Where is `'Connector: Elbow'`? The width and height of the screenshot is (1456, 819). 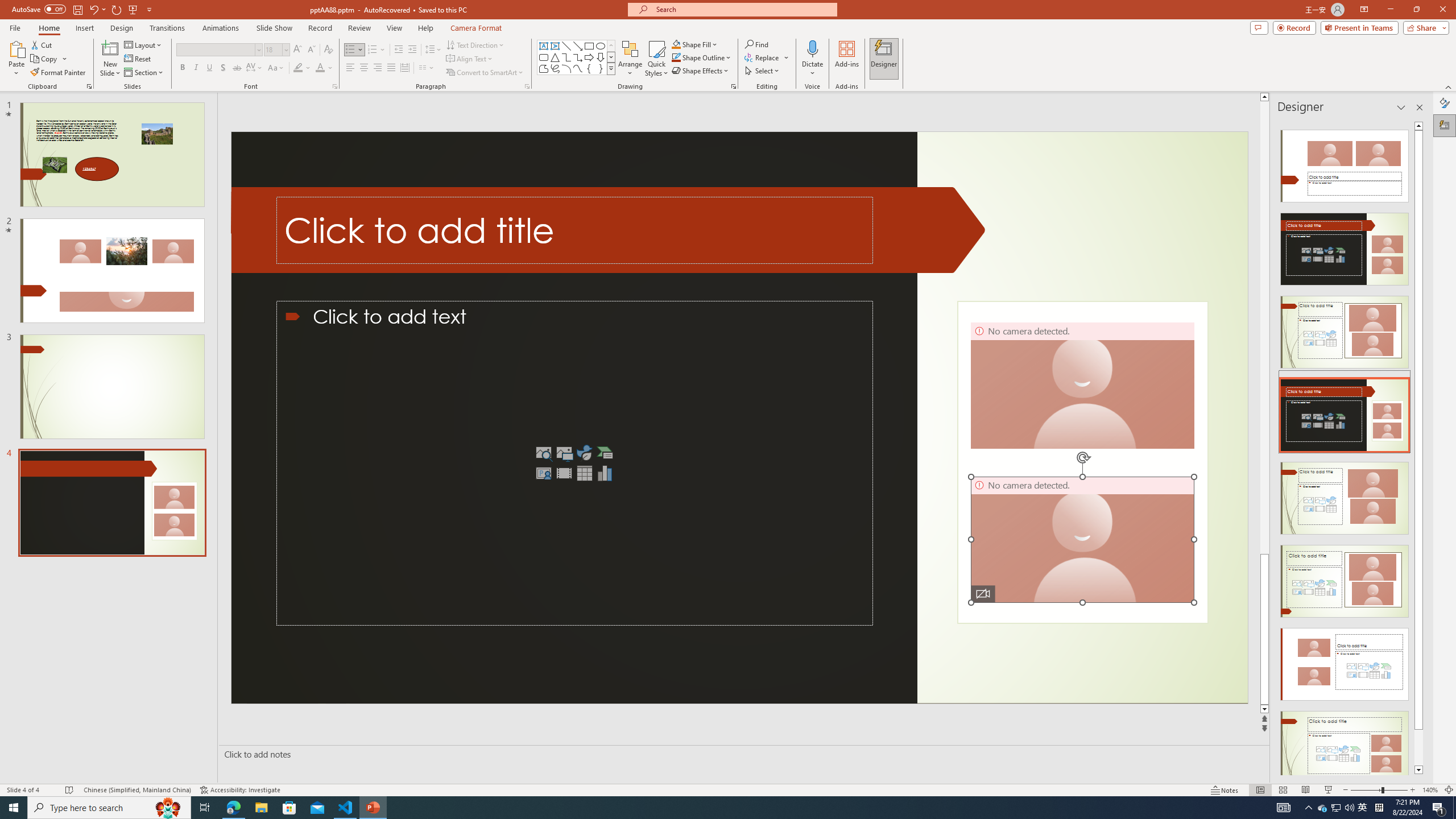 'Connector: Elbow' is located at coordinates (565, 56).